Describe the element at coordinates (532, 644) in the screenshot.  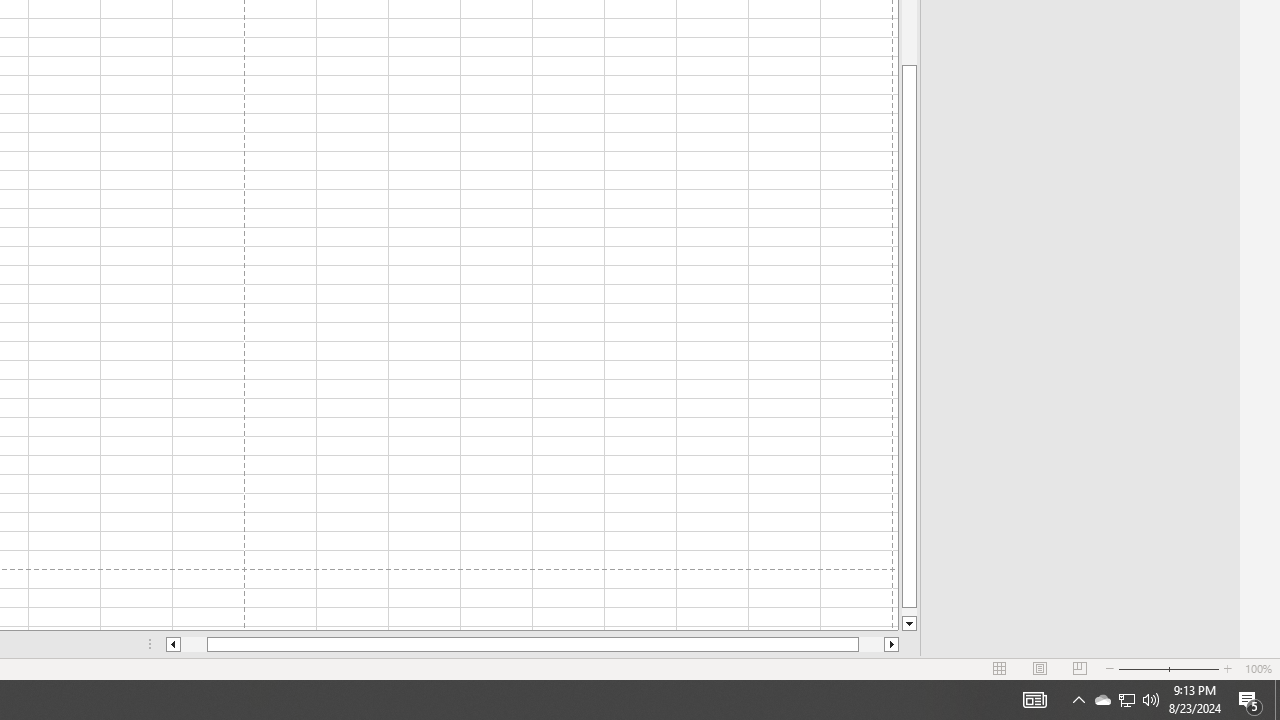
I see `'Class: NetUIScrollBar'` at that location.